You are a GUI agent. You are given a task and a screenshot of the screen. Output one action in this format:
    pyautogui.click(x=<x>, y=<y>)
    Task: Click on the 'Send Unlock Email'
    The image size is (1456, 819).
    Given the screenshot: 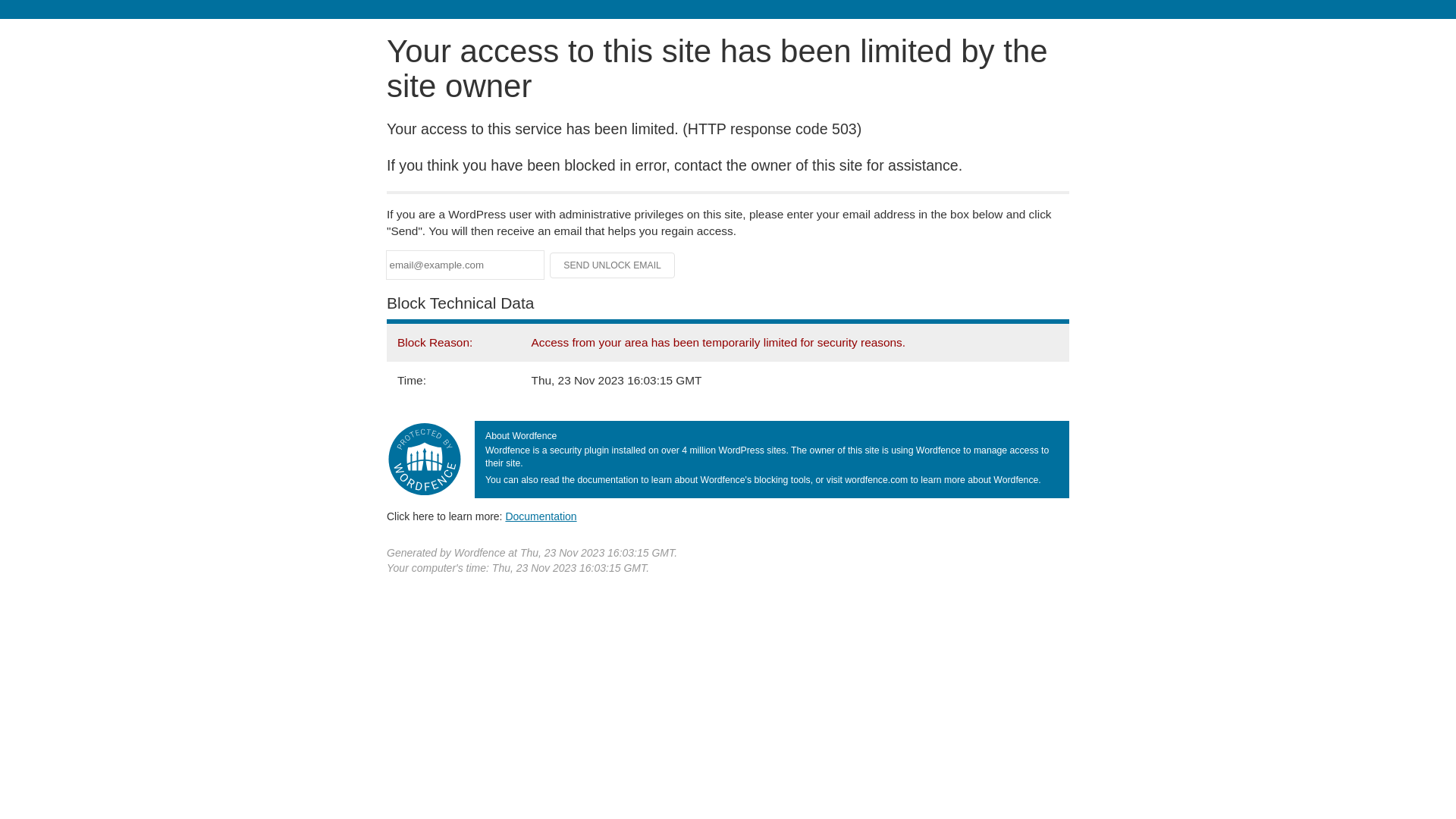 What is the action you would take?
    pyautogui.click(x=612, y=265)
    